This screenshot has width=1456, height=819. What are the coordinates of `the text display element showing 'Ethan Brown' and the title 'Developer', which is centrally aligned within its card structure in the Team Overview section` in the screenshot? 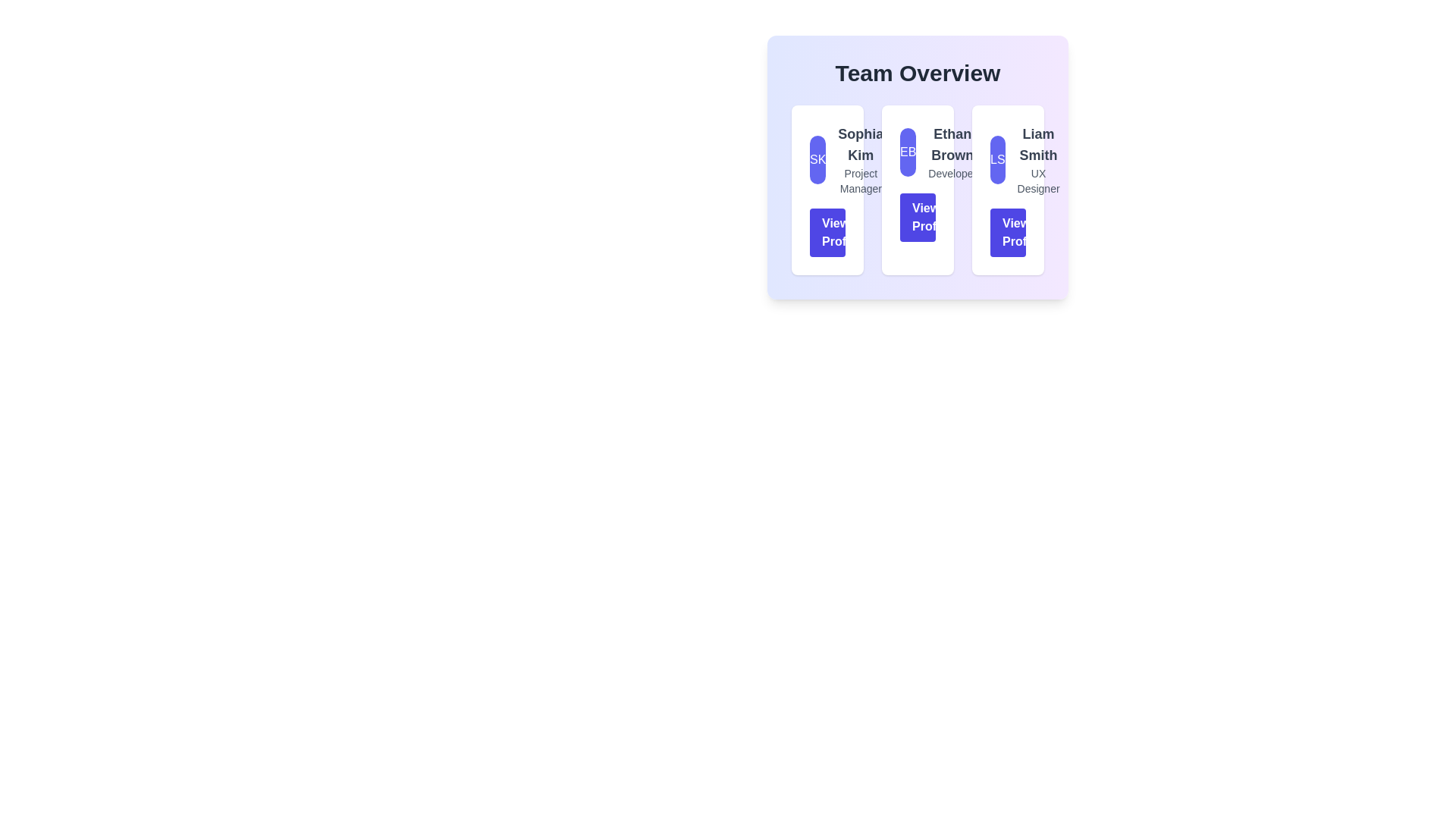 It's located at (952, 152).